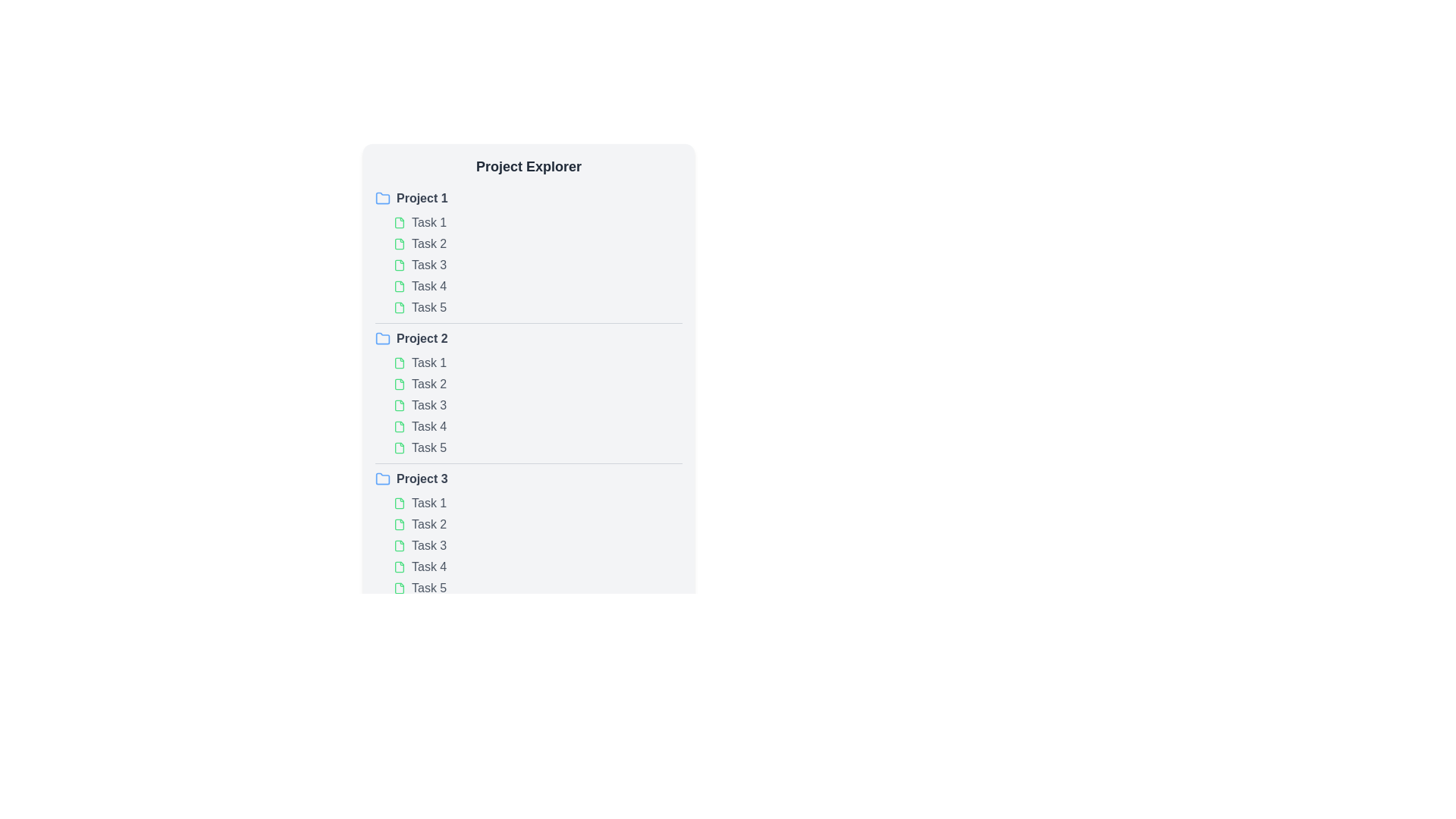 The width and height of the screenshot is (1456, 819). What do you see at coordinates (382, 198) in the screenshot?
I see `the folder icon, which is a small rounded blue-outlined folder positioned next to the text label 'Project 1' in the 'Project Explorer' section` at bounding box center [382, 198].